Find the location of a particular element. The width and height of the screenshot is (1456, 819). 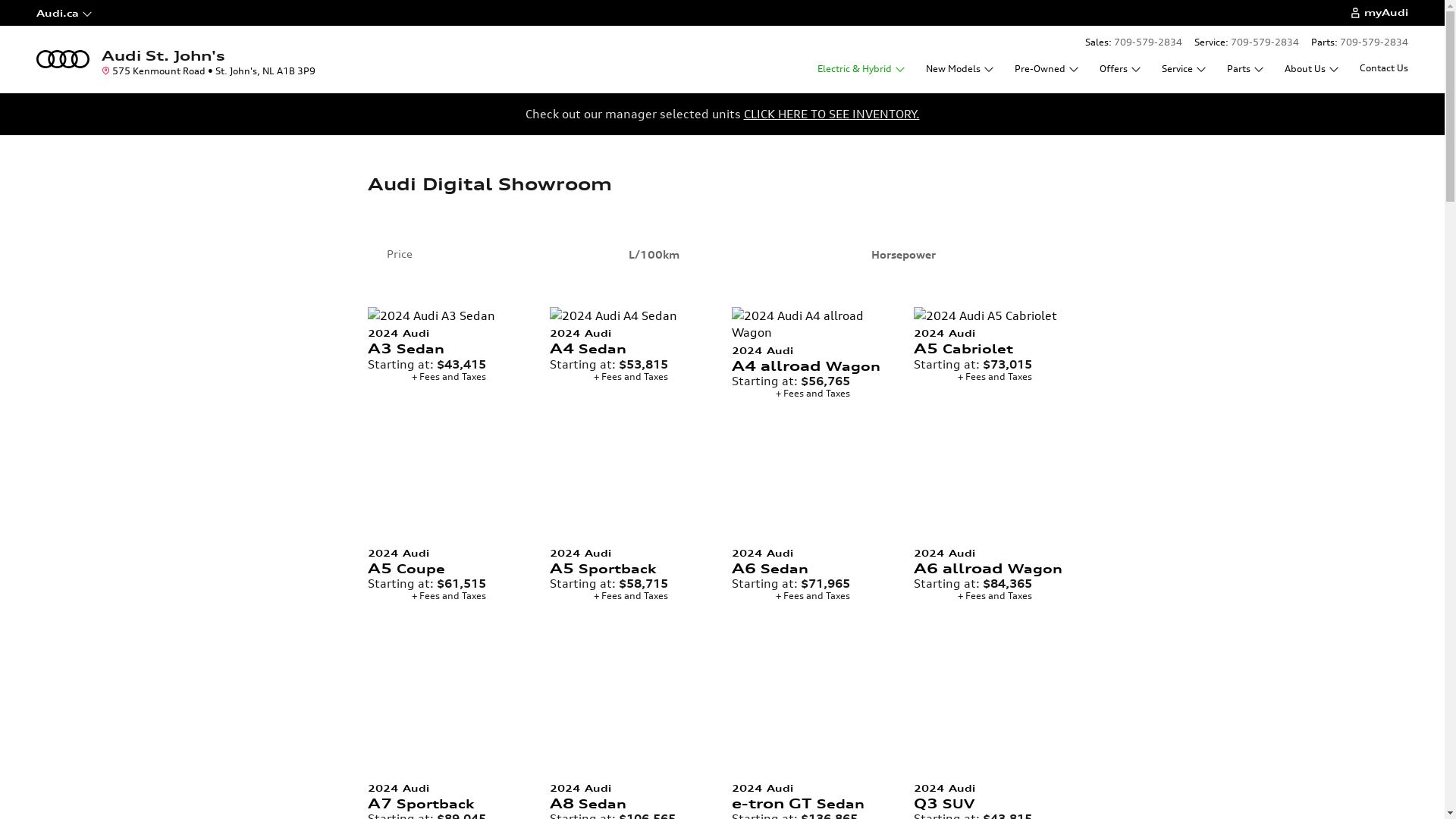

'CLICK HERE TO SEE INVENTORY.' is located at coordinates (830, 113).